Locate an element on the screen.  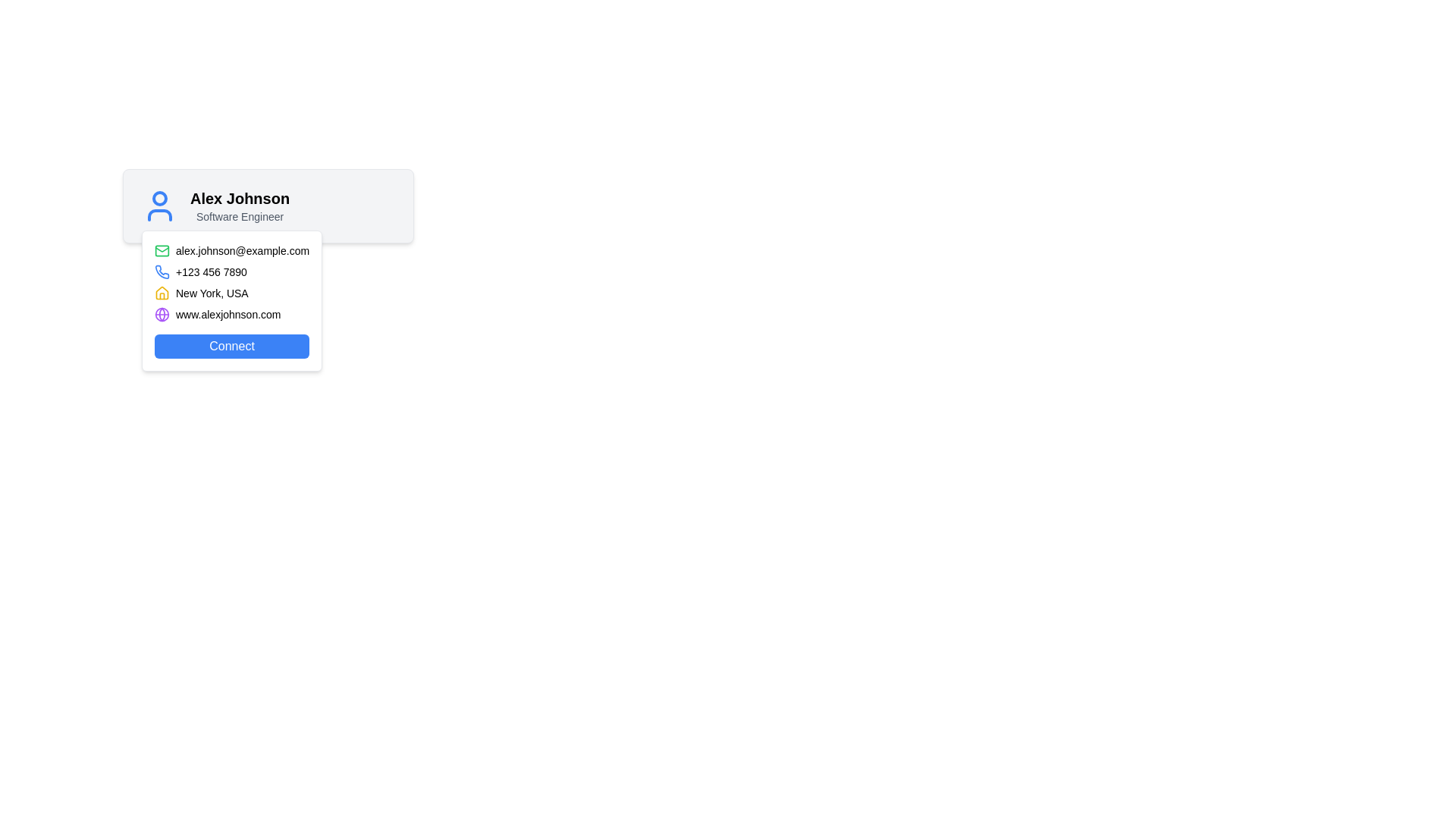
the decorative Circle SVG element associated with the globe icon located to the left of 'www.alexjohnson.com' in the user contact card layout is located at coordinates (162, 314).